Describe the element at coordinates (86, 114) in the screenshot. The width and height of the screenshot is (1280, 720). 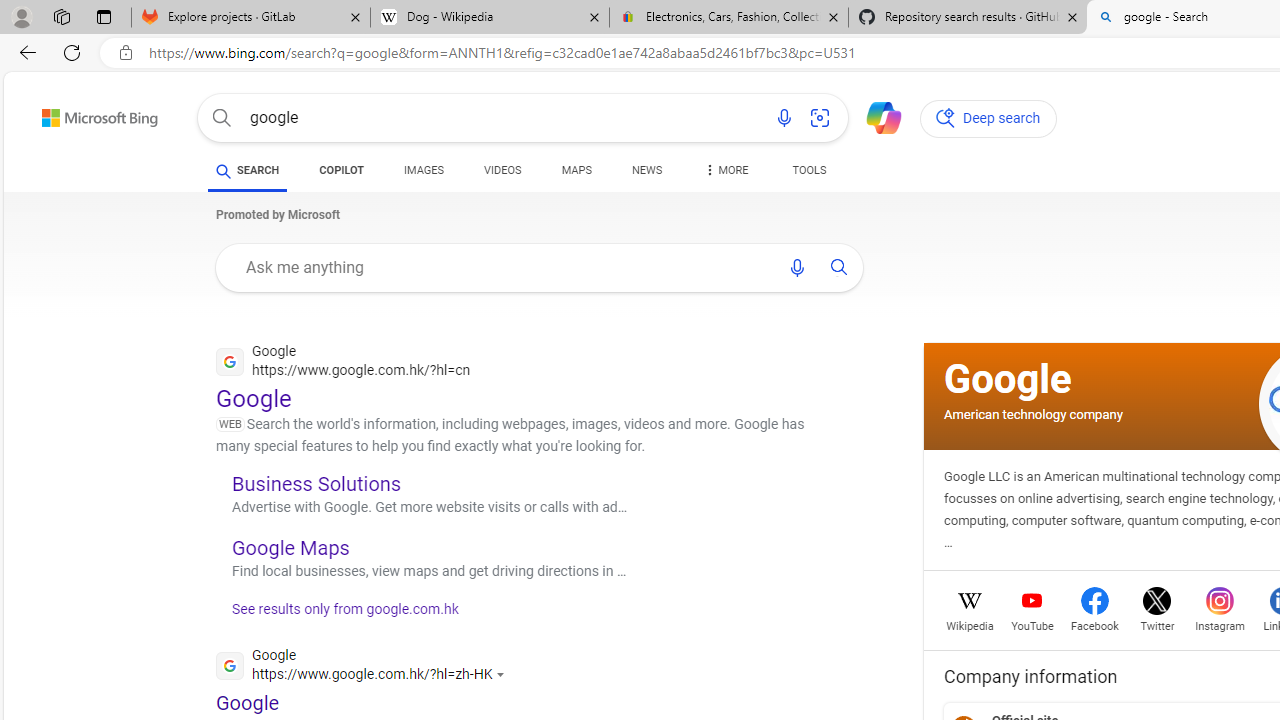
I see `'Back to Bing search'` at that location.